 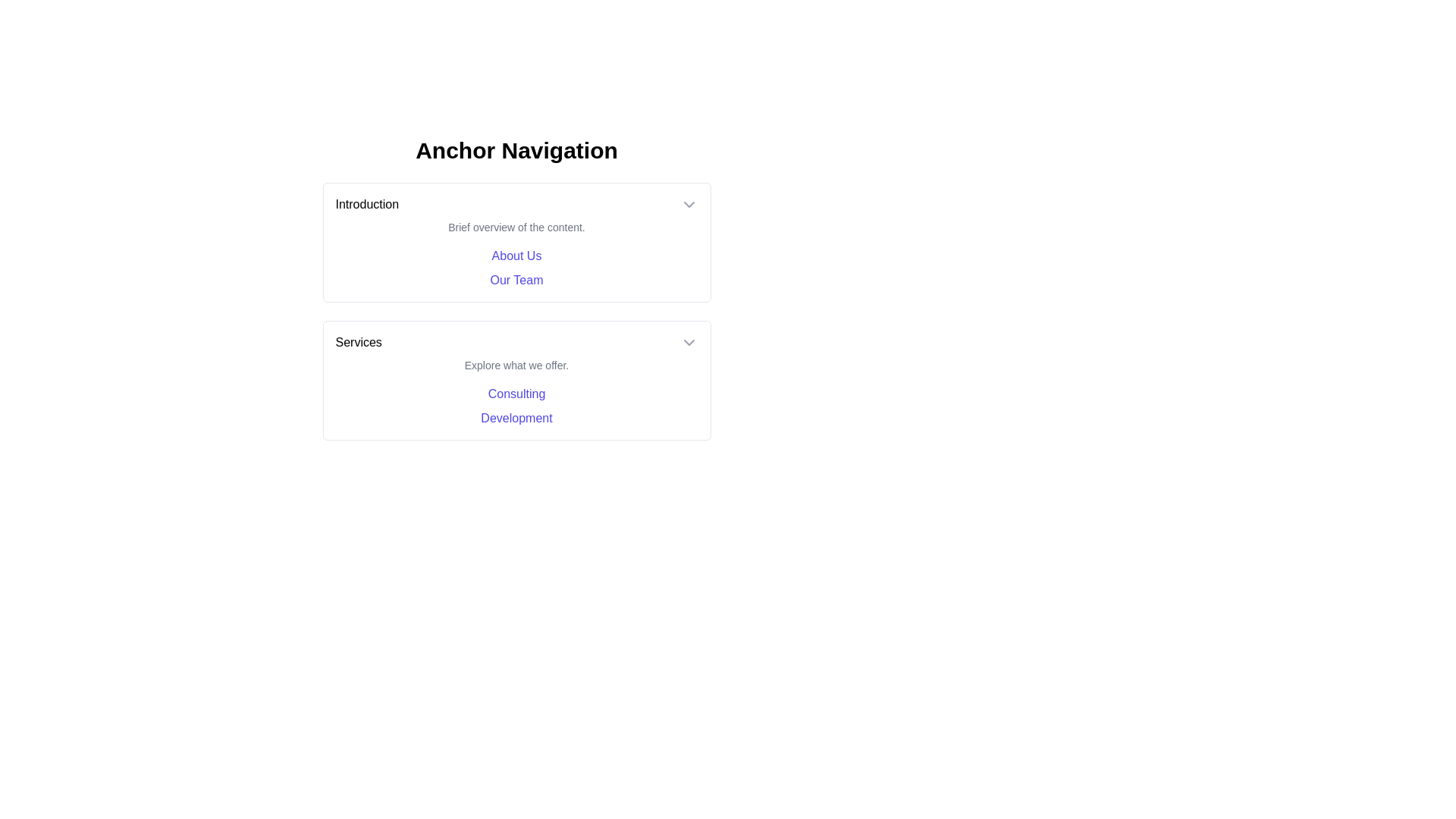 I want to click on the 'About Us' hyperlink located under the 'Introduction' header, so click(x=516, y=268).